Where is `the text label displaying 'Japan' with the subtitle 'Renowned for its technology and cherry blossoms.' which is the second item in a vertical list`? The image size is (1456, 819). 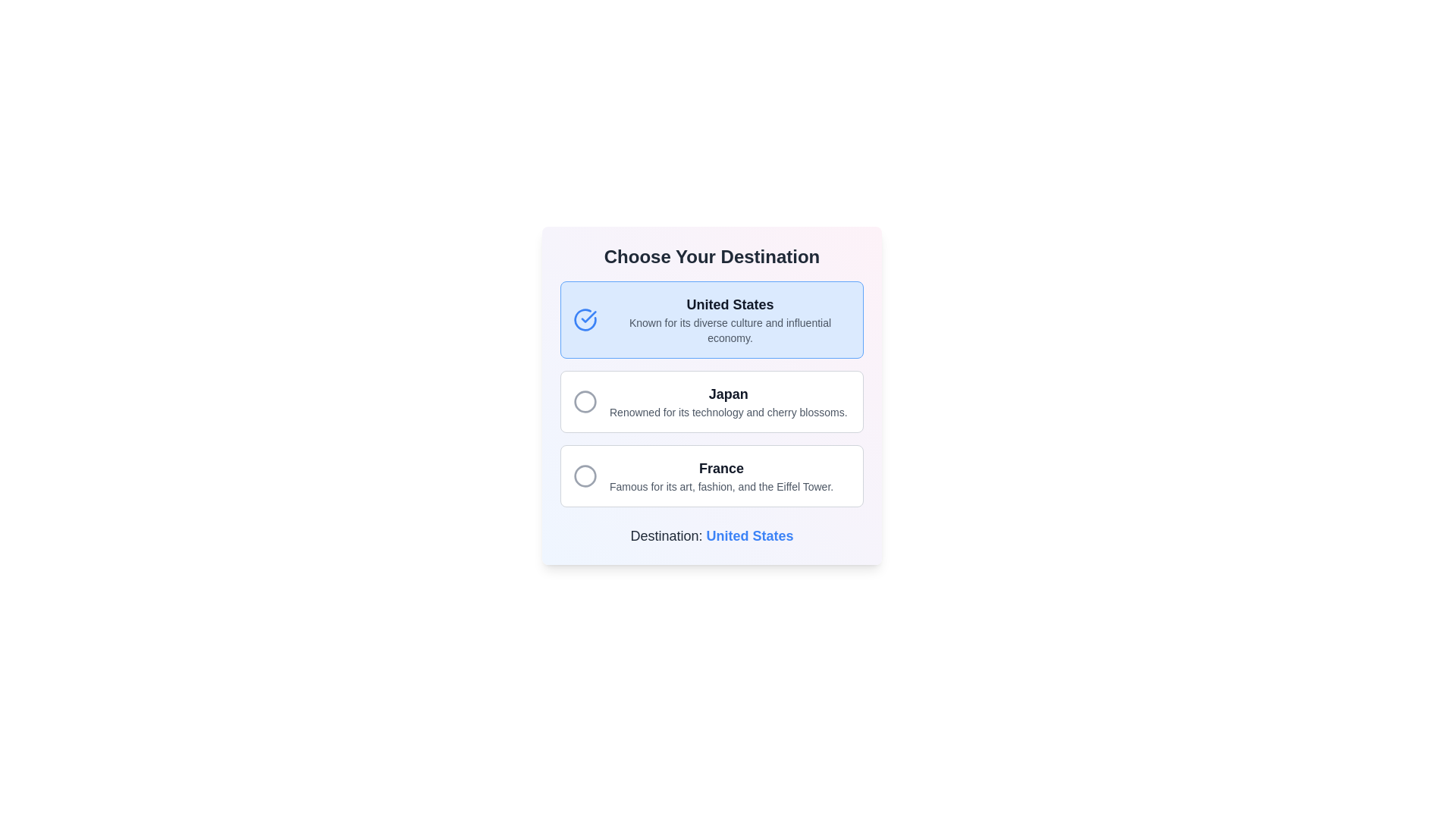
the text label displaying 'Japan' with the subtitle 'Renowned for its technology and cherry blossoms.' which is the second item in a vertical list is located at coordinates (728, 400).